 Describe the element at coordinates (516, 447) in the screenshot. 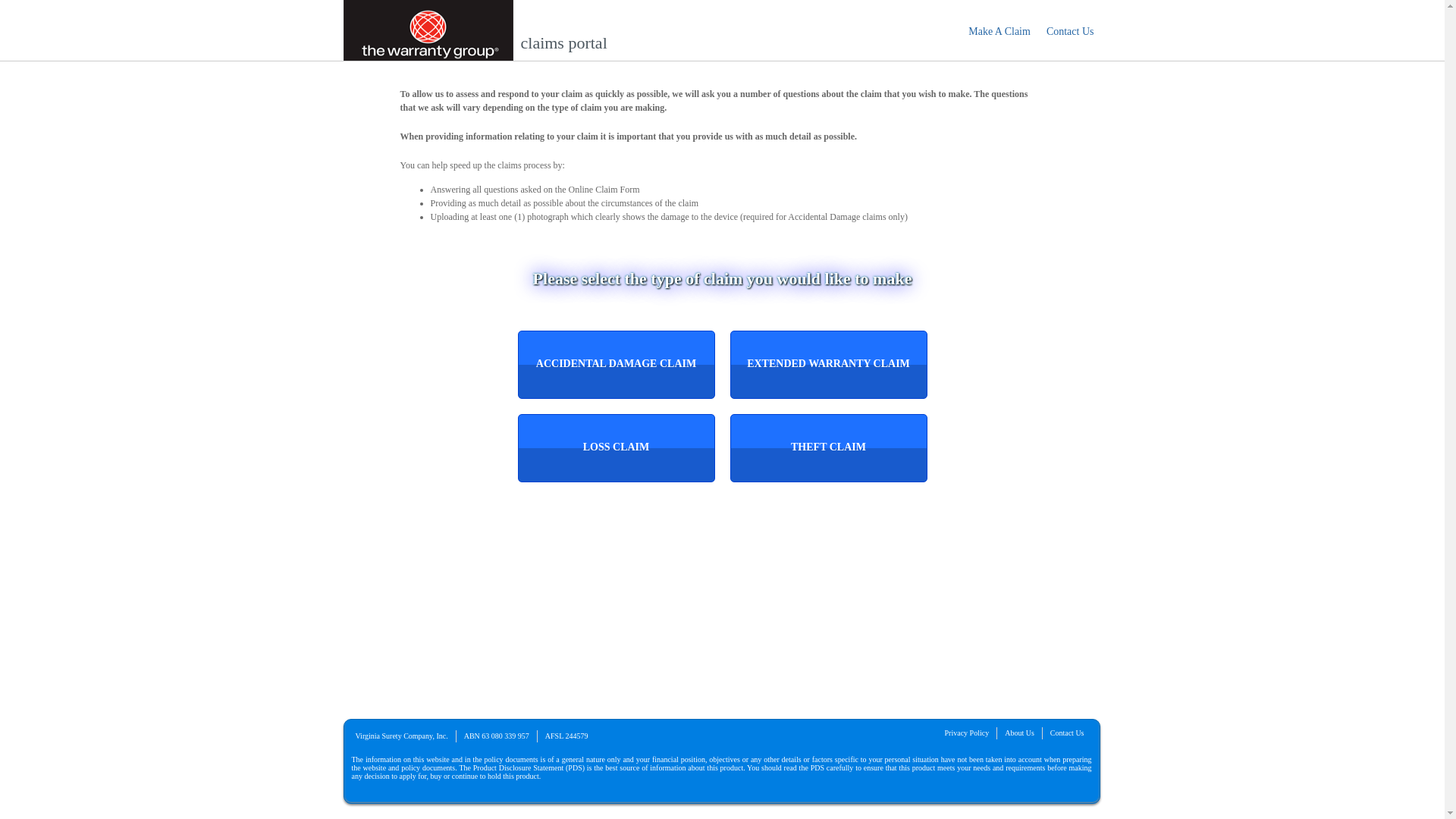

I see `'Loss Claim'` at that location.